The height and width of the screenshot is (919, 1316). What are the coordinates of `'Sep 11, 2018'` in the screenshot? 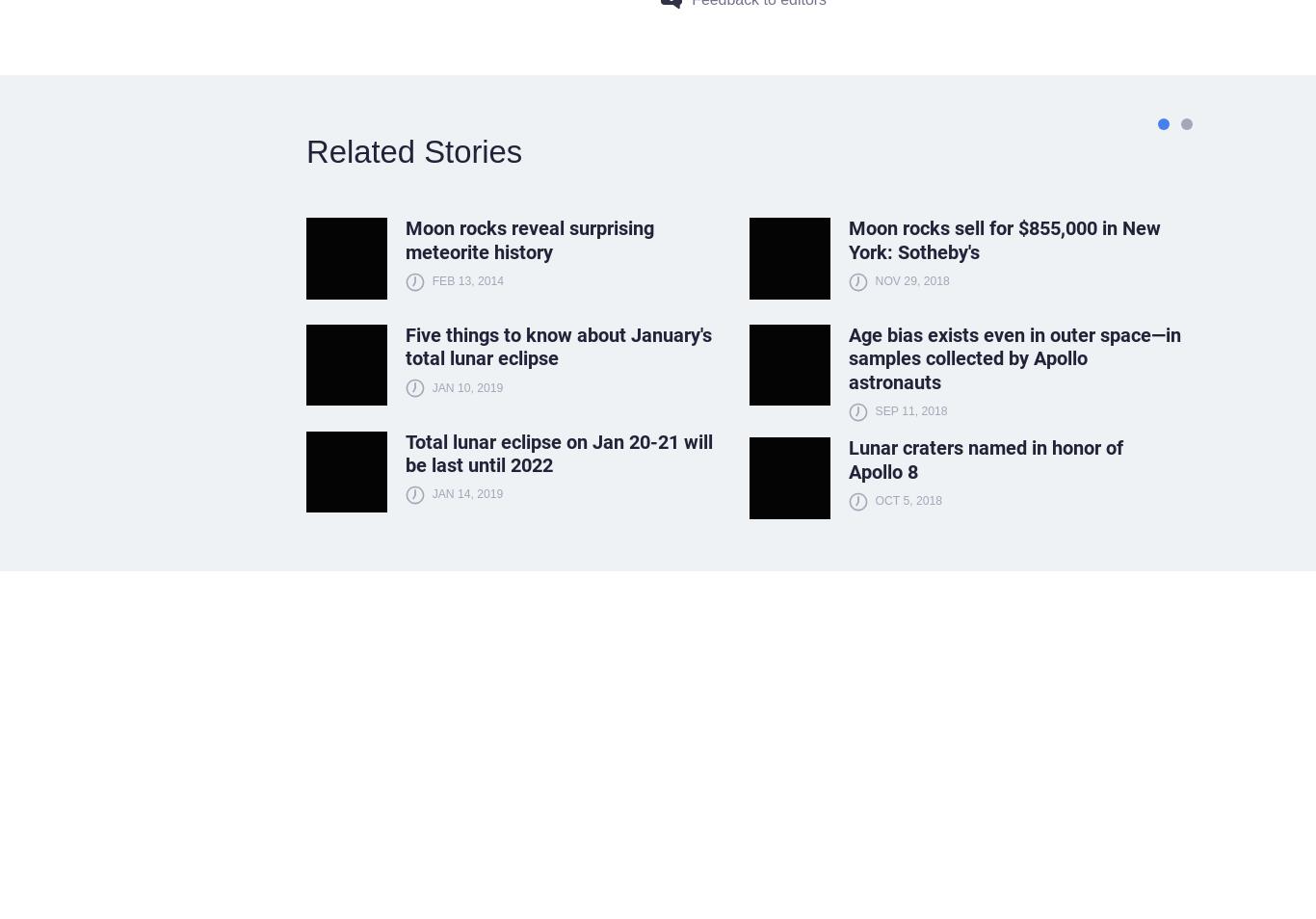 It's located at (910, 409).